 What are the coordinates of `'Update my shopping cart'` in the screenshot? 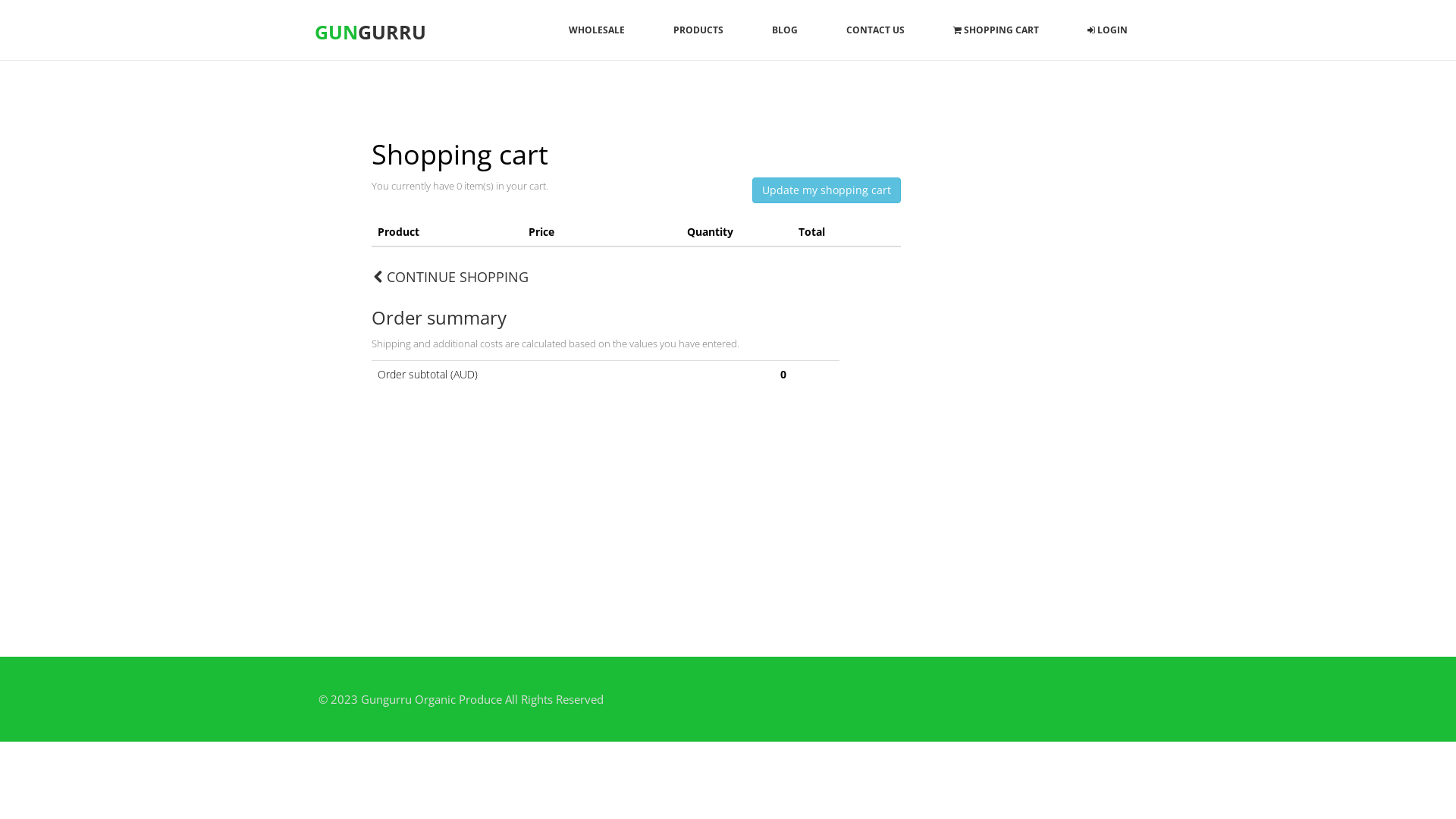 It's located at (825, 189).